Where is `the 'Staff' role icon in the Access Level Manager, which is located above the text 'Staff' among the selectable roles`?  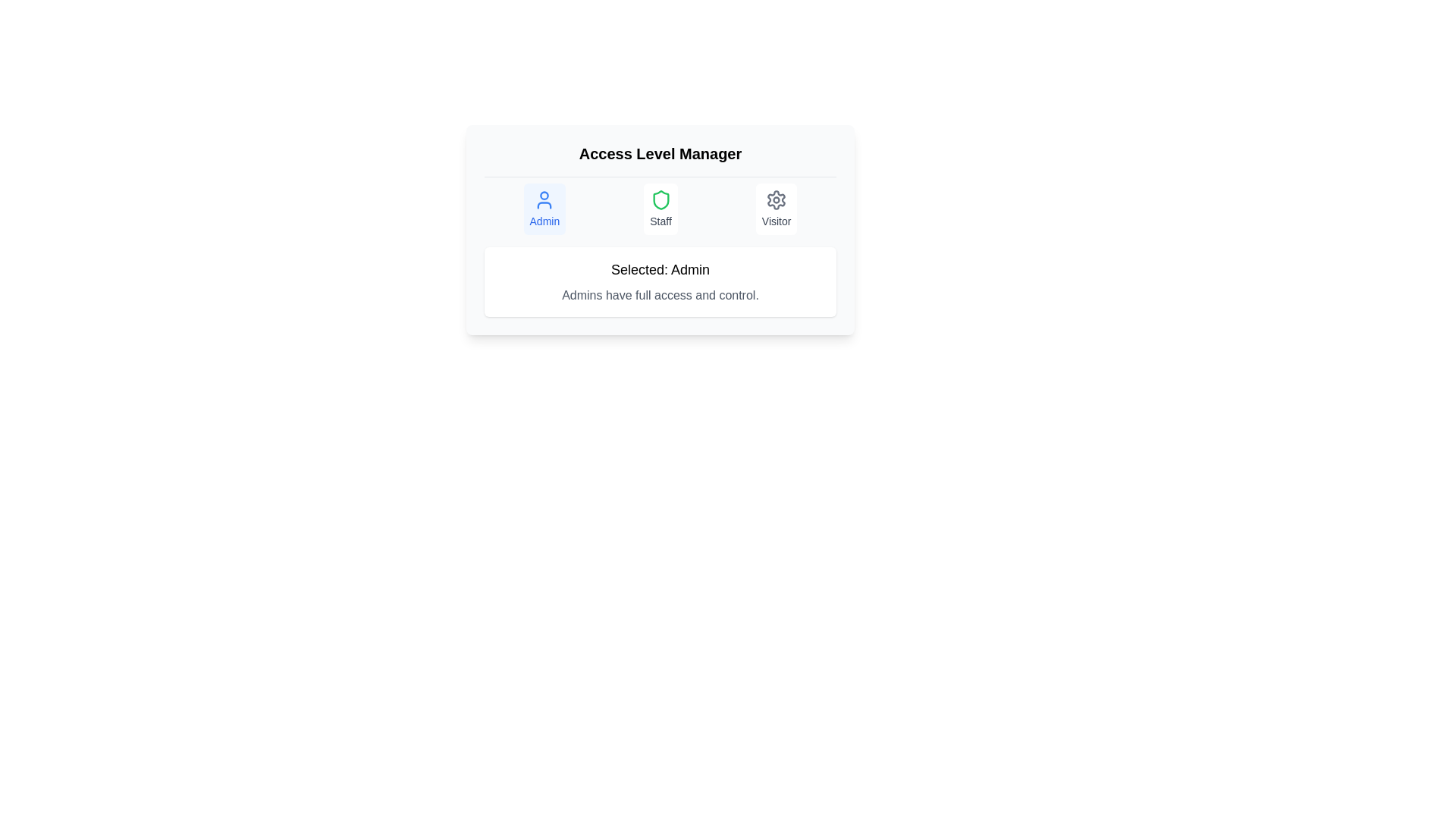
the 'Staff' role icon in the Access Level Manager, which is located above the text 'Staff' among the selectable roles is located at coordinates (661, 199).